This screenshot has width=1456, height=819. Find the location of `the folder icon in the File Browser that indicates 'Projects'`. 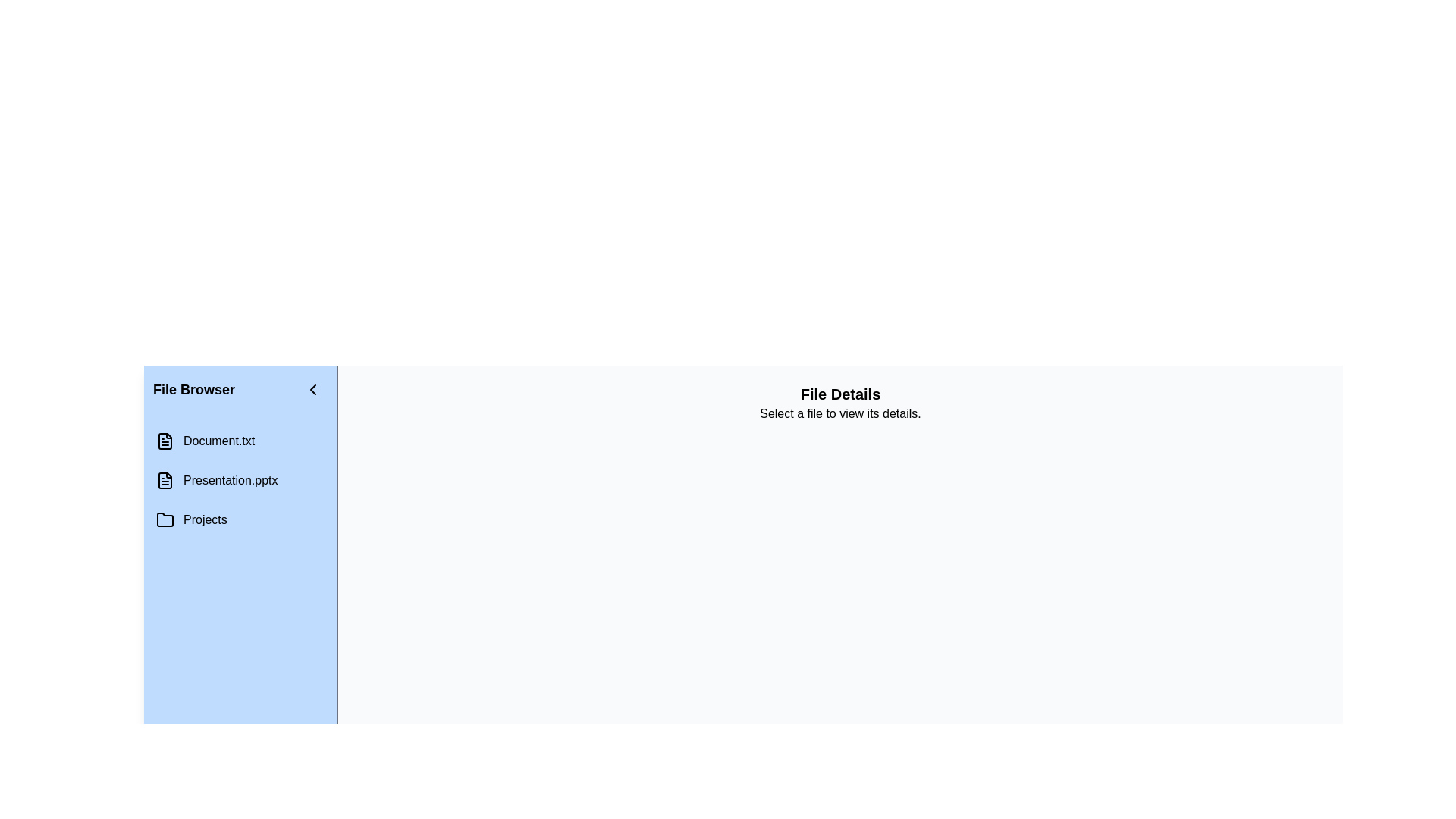

the folder icon in the File Browser that indicates 'Projects' is located at coordinates (165, 519).